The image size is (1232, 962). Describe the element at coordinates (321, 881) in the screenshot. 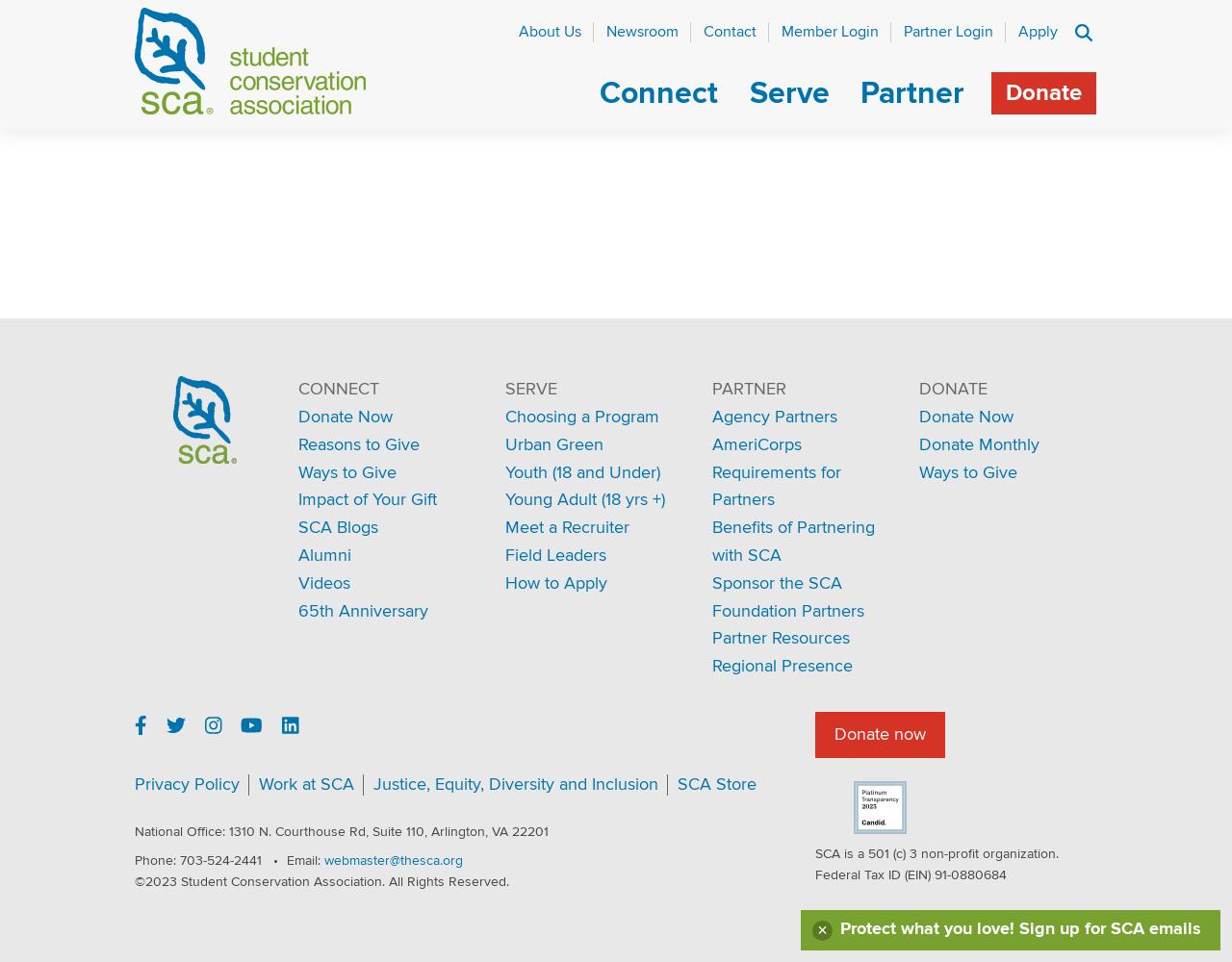

I see `'©2023 Student Conservation Association. All Rights Reserved.'` at that location.